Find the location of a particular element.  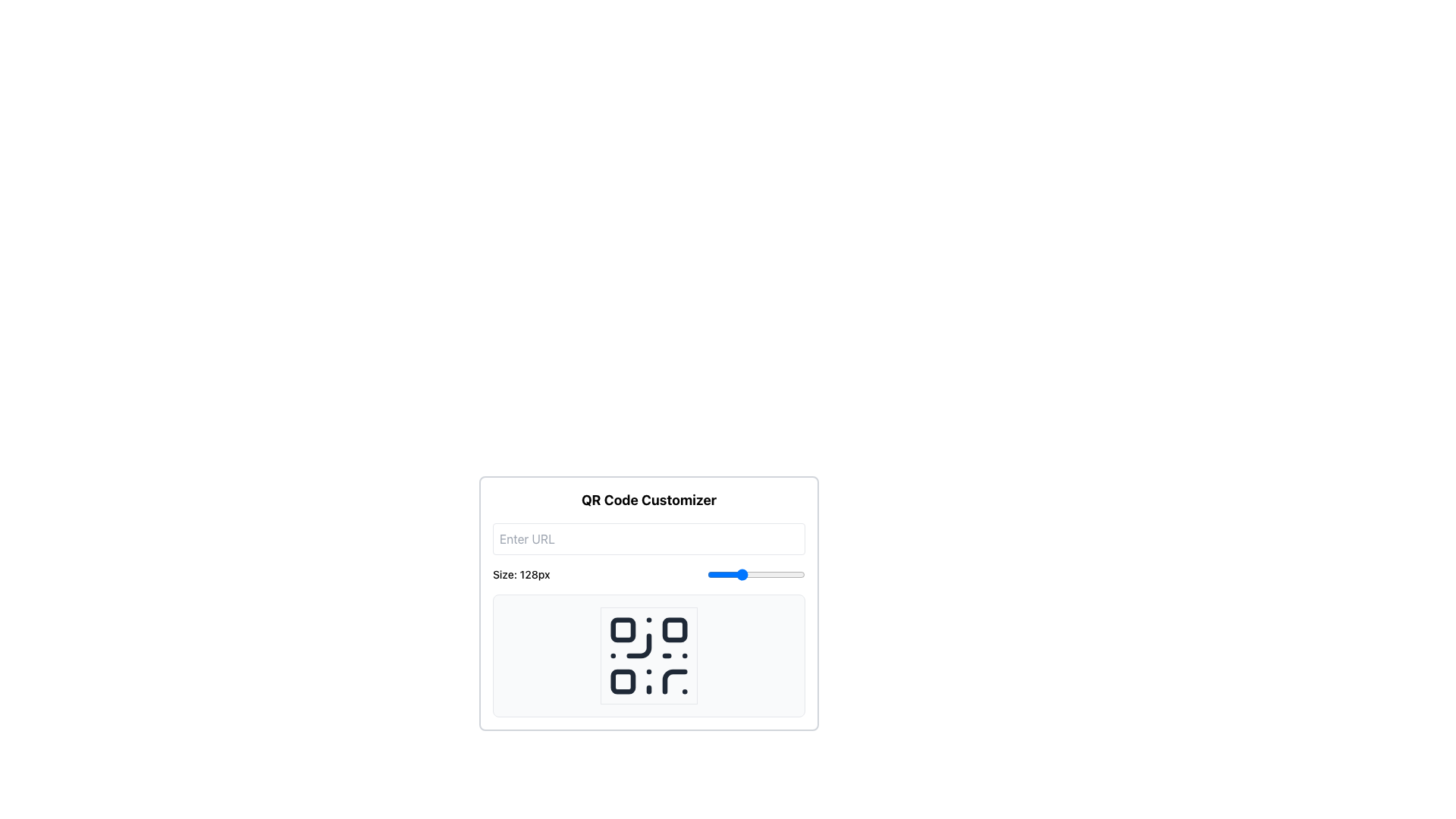

the small square with rounded corners located in the lower-left section of the QR code graphic, which is filled with a light color and has a dark outline is located at coordinates (623, 681).